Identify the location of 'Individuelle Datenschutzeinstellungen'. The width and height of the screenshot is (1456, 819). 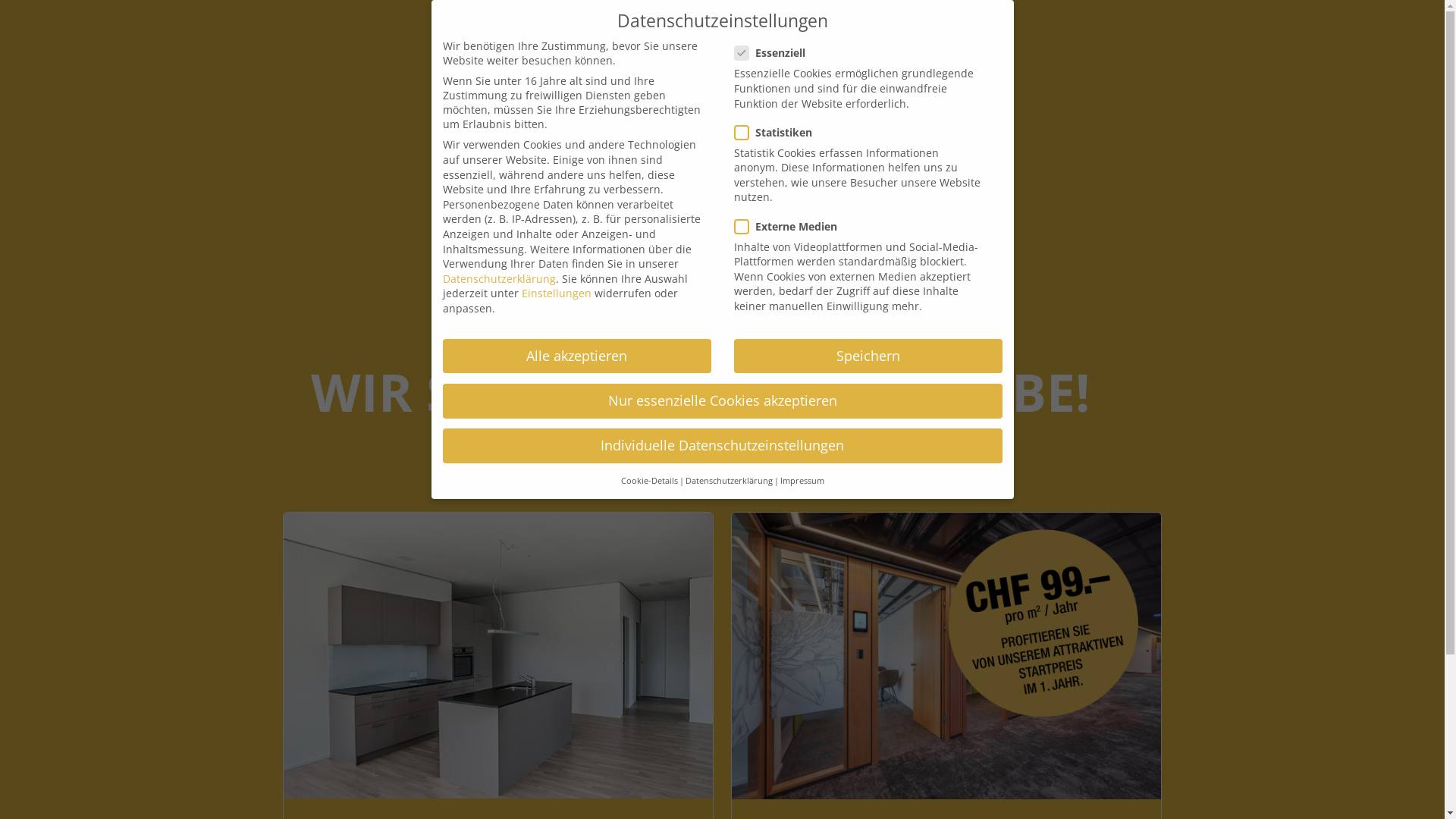
(442, 444).